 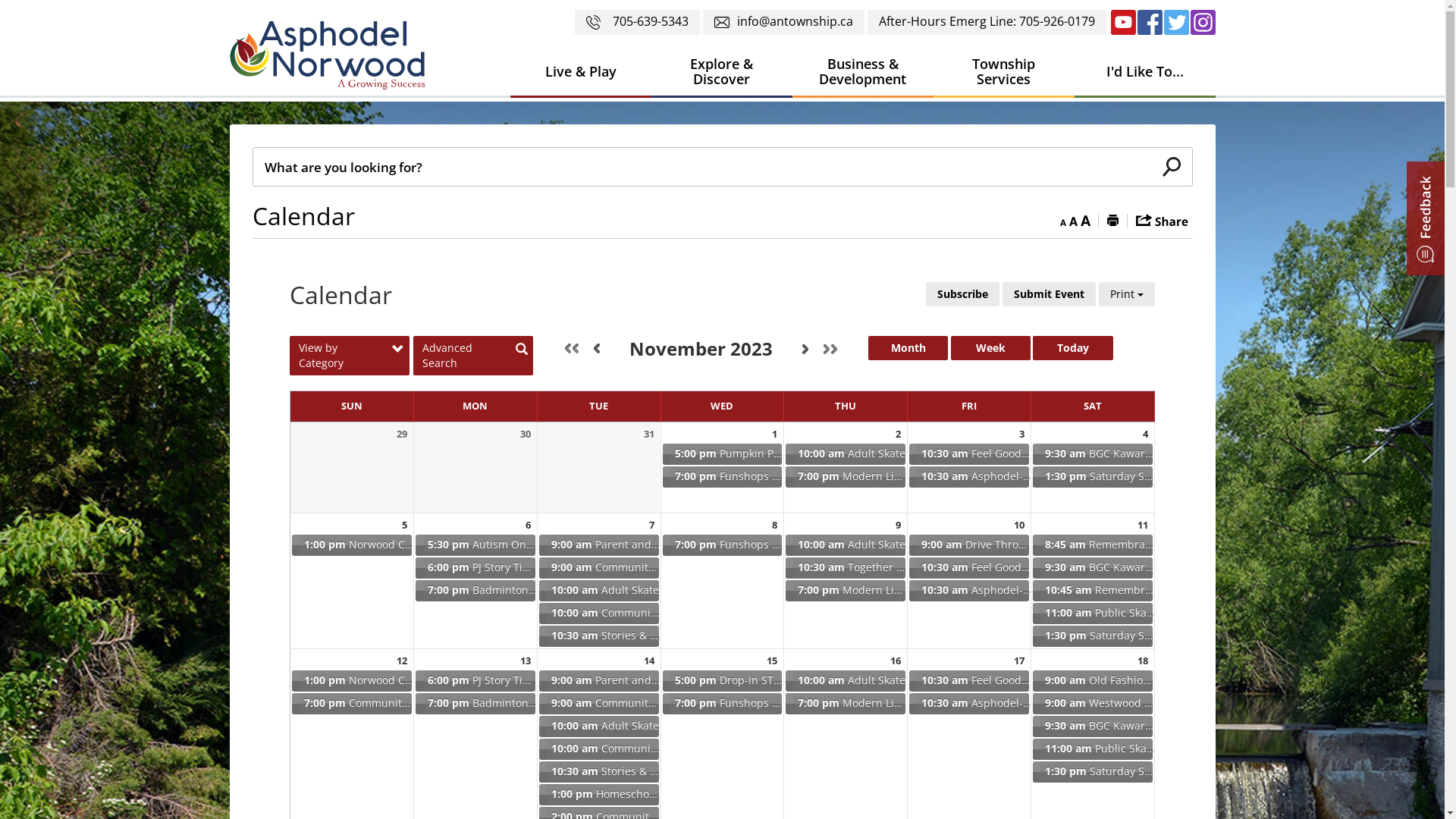 What do you see at coordinates (290, 704) in the screenshot?
I see `'7:00 pm Community Choir Practice'` at bounding box center [290, 704].